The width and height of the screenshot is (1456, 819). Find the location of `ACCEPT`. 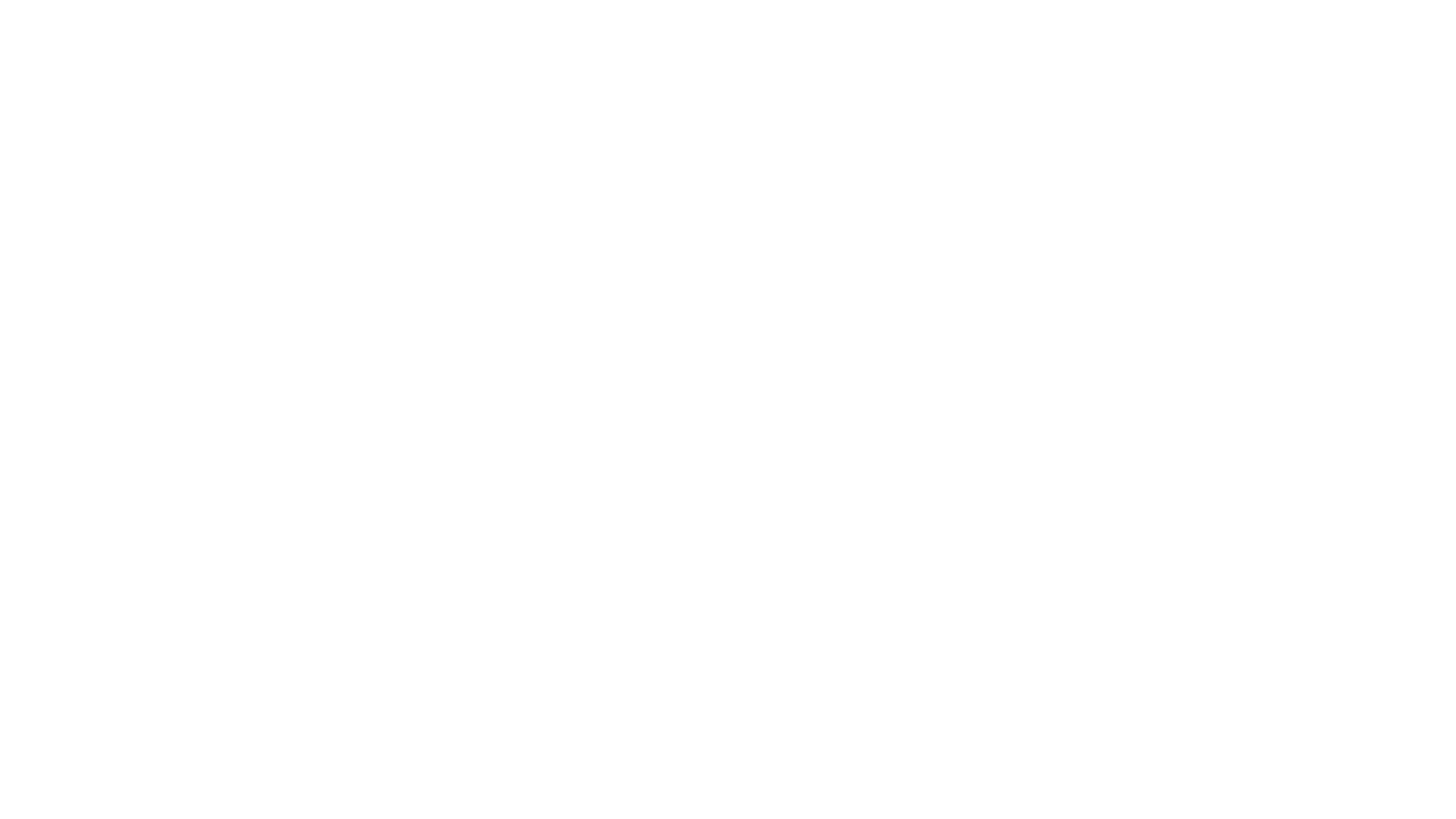

ACCEPT is located at coordinates (726, 467).